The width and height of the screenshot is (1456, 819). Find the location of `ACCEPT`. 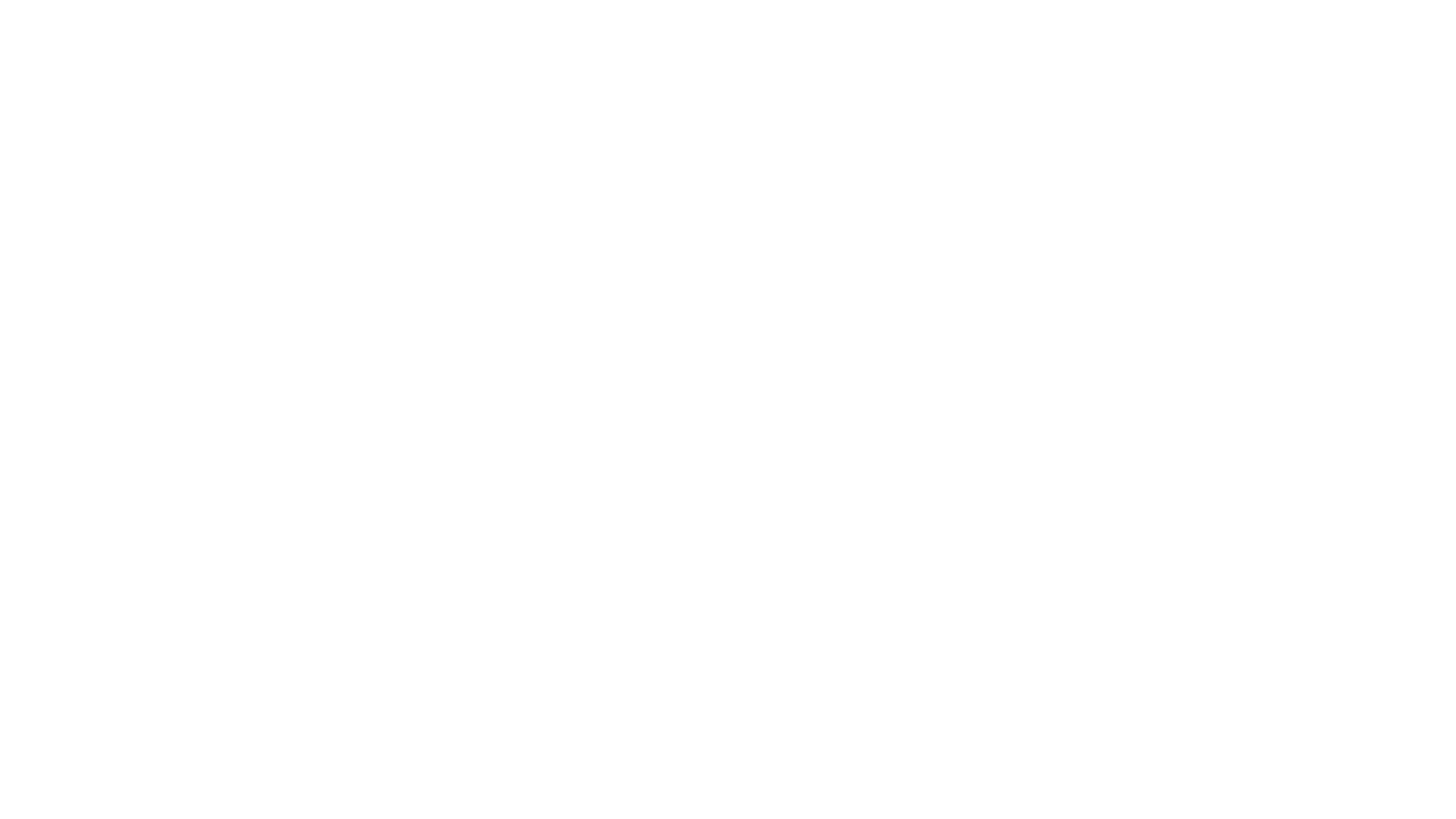

ACCEPT is located at coordinates (726, 467).